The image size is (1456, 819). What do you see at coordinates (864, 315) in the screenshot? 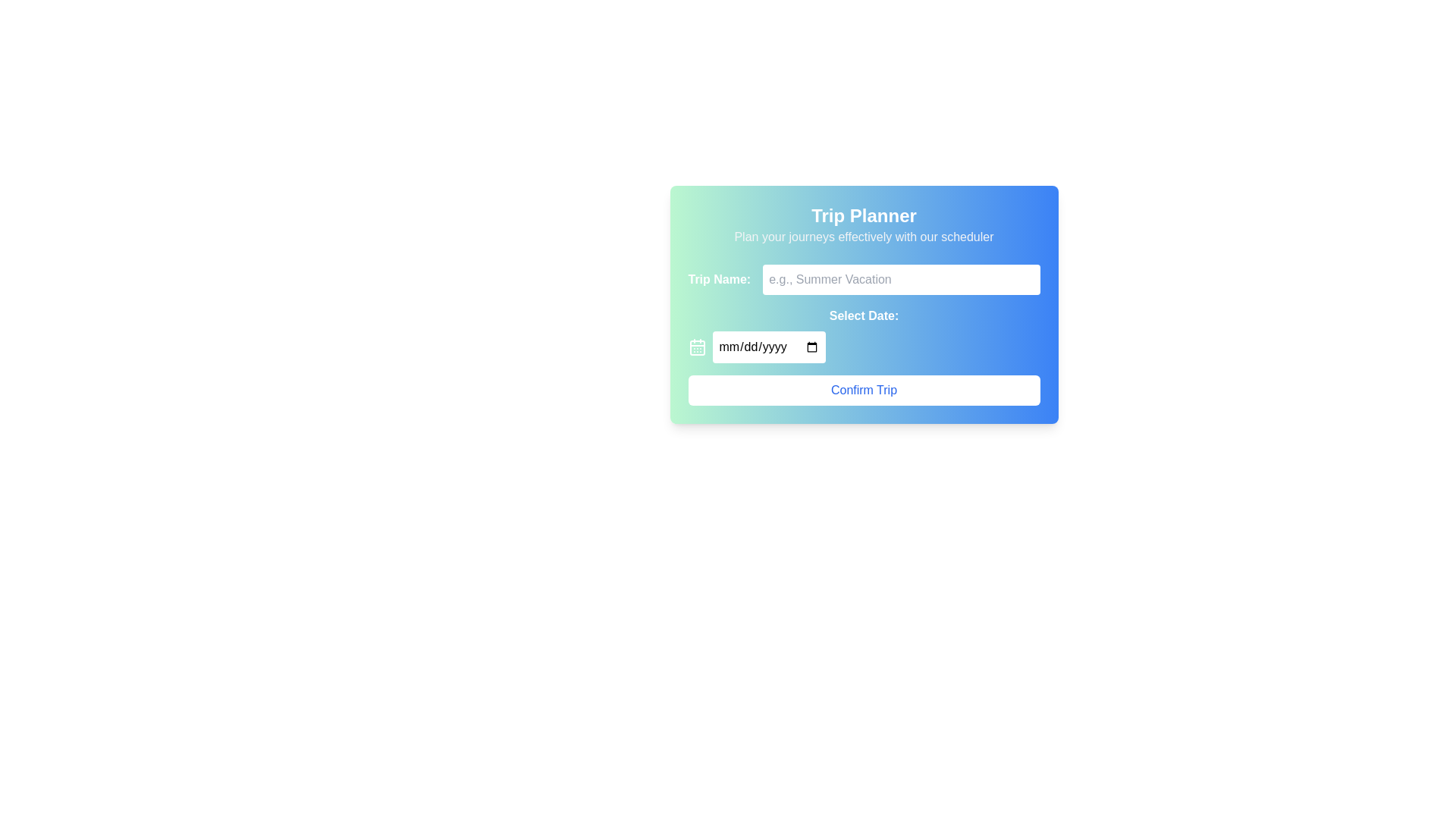
I see `the 'Select Date:' text label, which is displayed in bold white font on a gradient blue background, located to the right of a calendar icon and above a date input field` at bounding box center [864, 315].